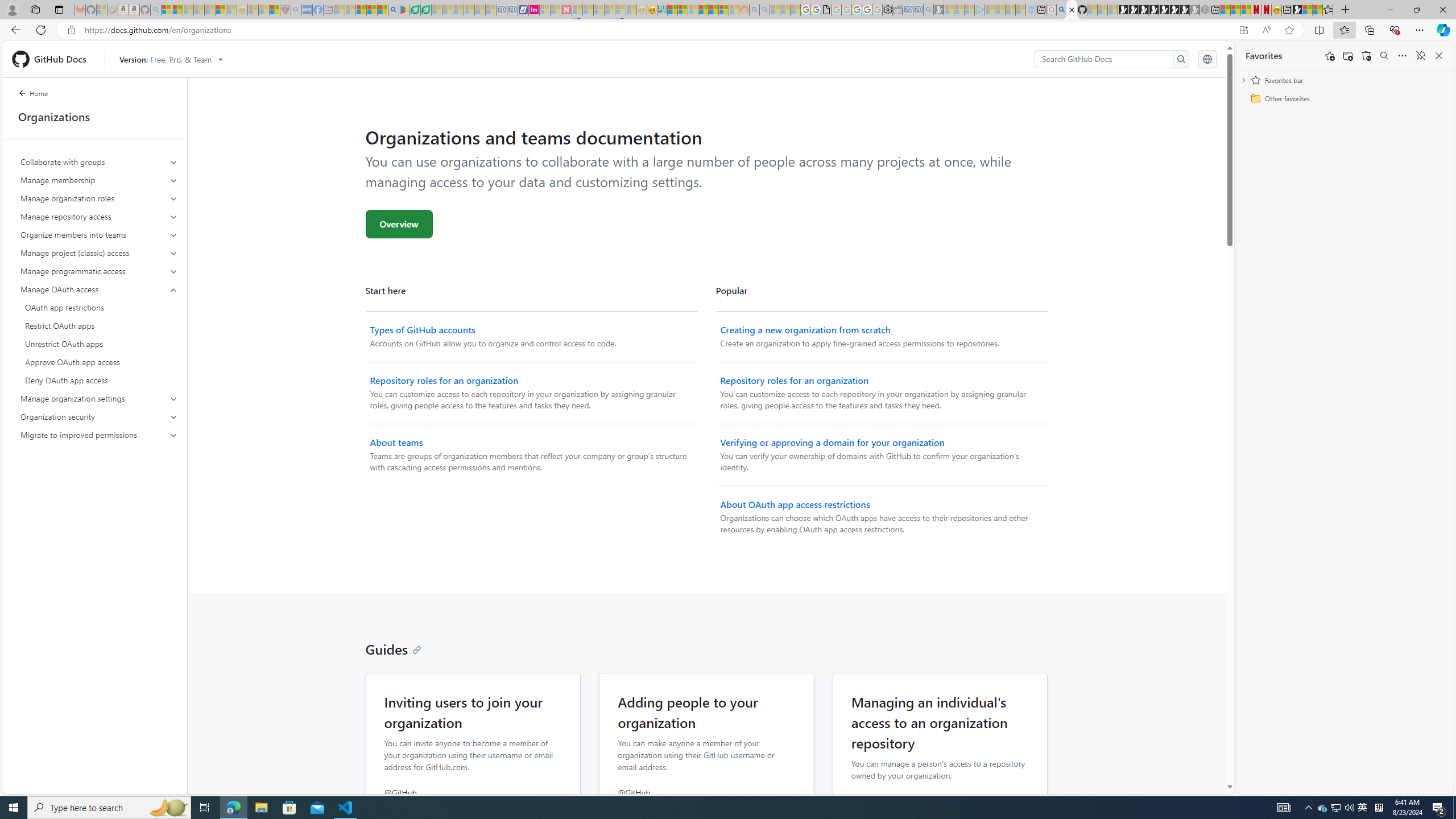 The width and height of the screenshot is (1456, 819). I want to click on 'Bluey: Let', so click(404, 9).